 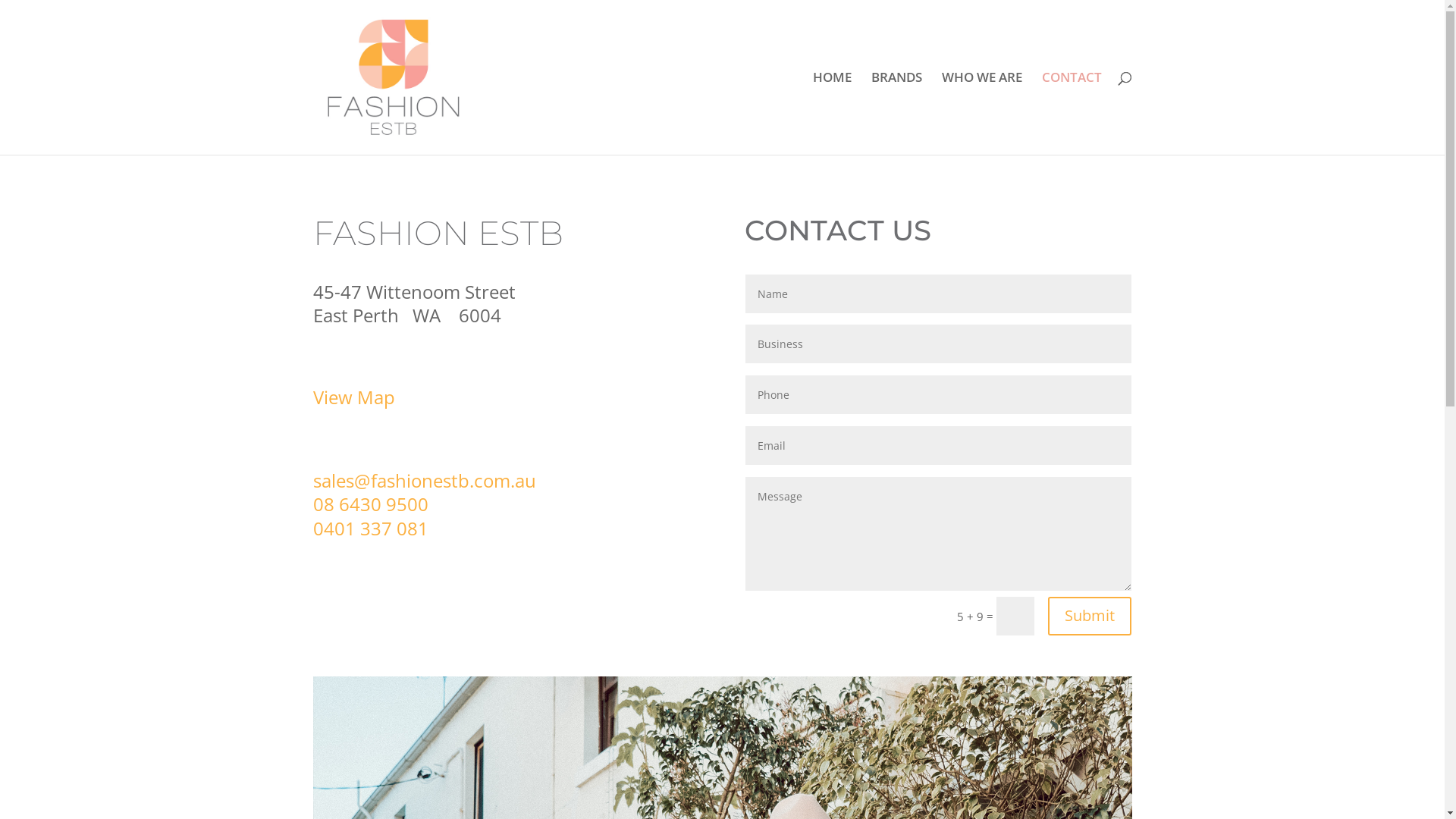 I want to click on 'View Map', so click(x=352, y=396).